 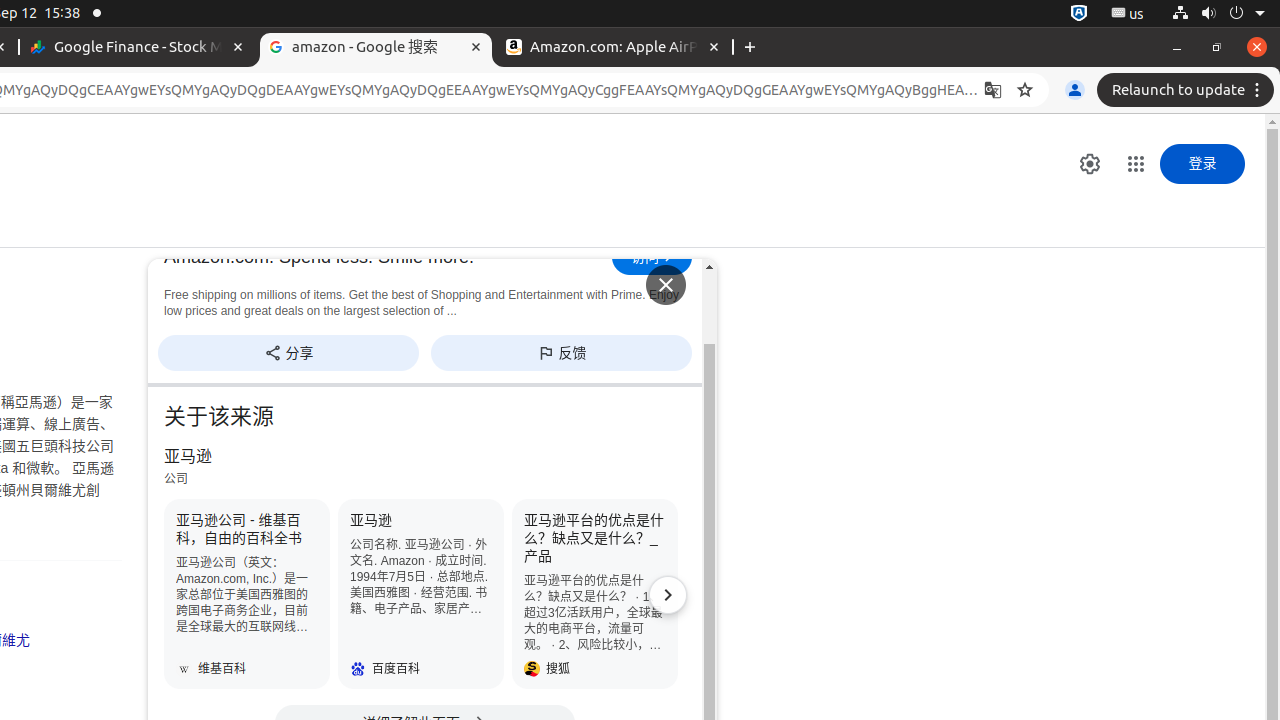 What do you see at coordinates (1188, 90) in the screenshot?
I see `'Relaunch to update'` at bounding box center [1188, 90].